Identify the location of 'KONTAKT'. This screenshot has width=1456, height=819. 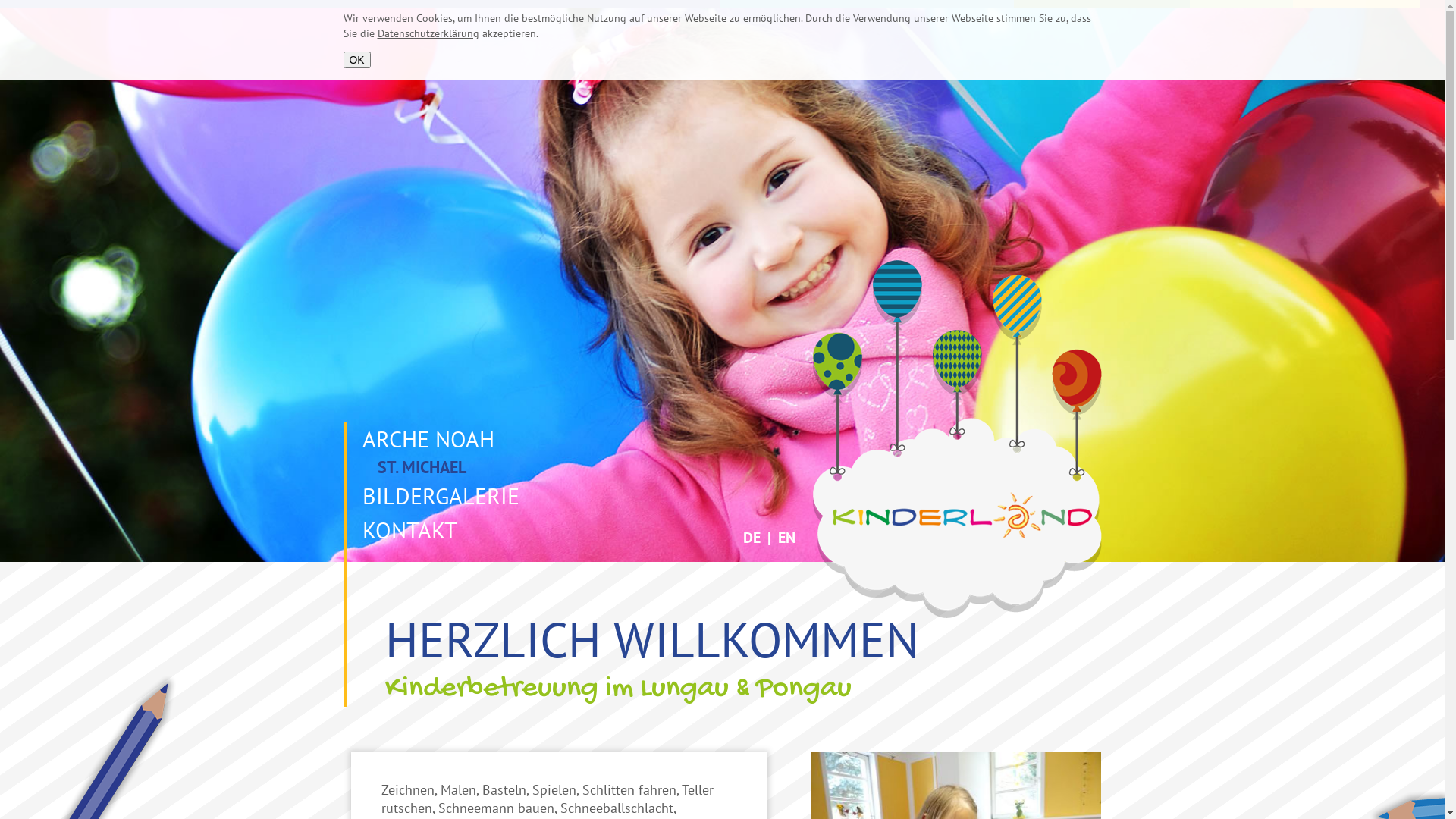
(406, 529).